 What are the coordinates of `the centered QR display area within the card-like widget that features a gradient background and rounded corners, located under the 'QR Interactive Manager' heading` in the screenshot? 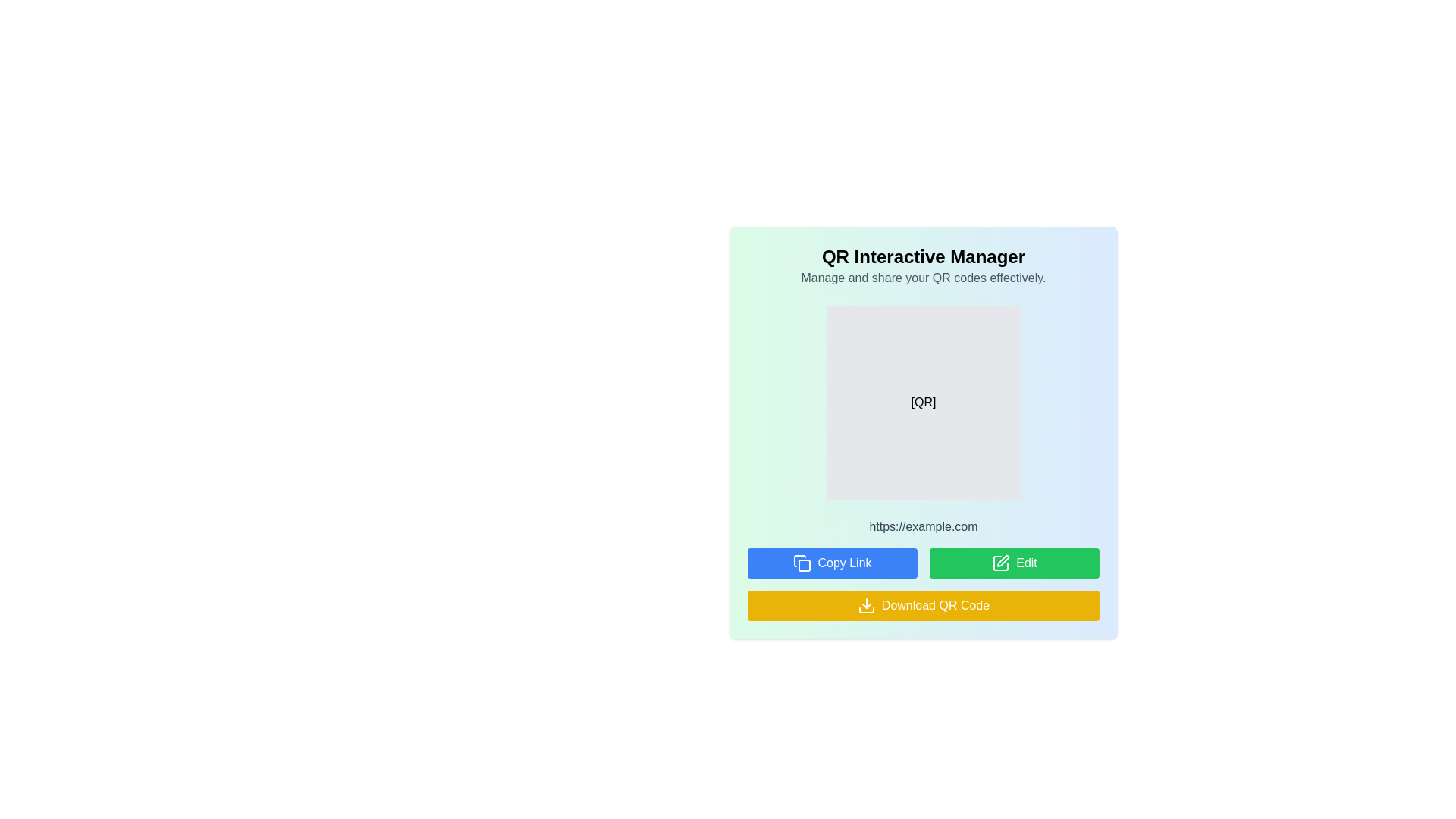 It's located at (923, 402).